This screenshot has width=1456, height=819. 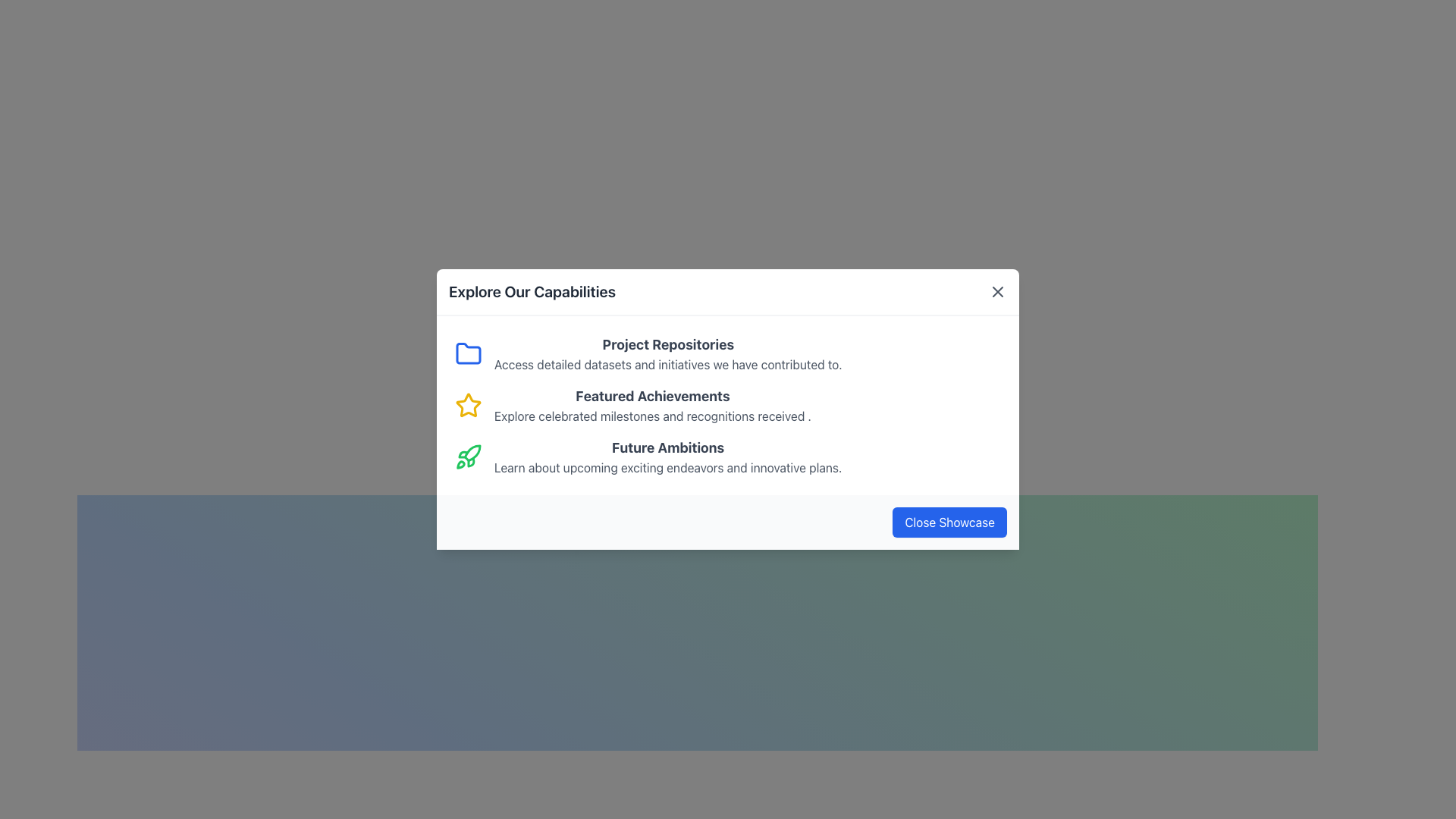 I want to click on the green rocket icon, which is the rightmost option in a list of three, positioned left of the 'Future Ambitions' heading, so click(x=468, y=456).